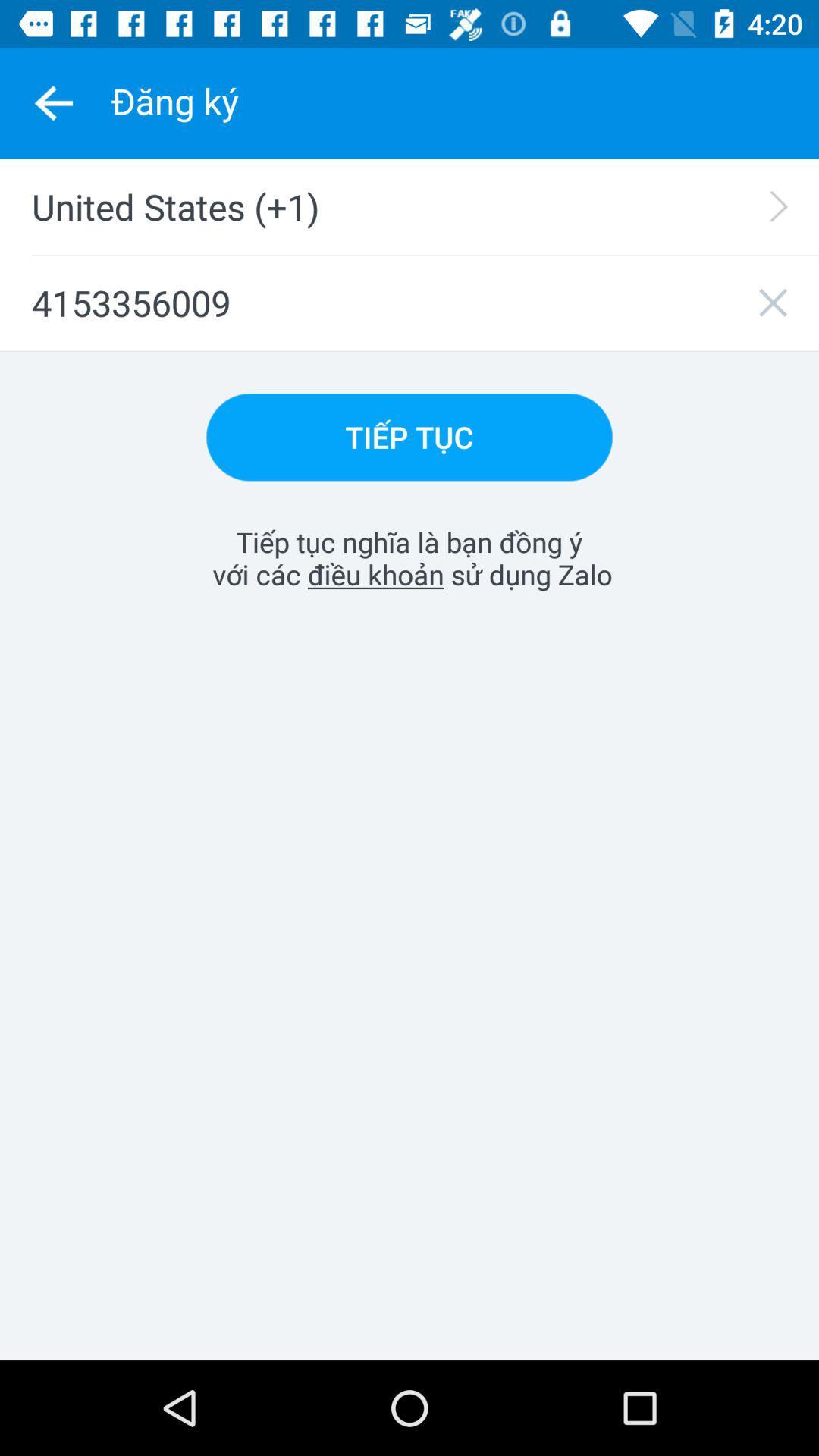 This screenshot has width=819, height=1456. What do you see at coordinates (409, 303) in the screenshot?
I see `the 4153356009 item` at bounding box center [409, 303].